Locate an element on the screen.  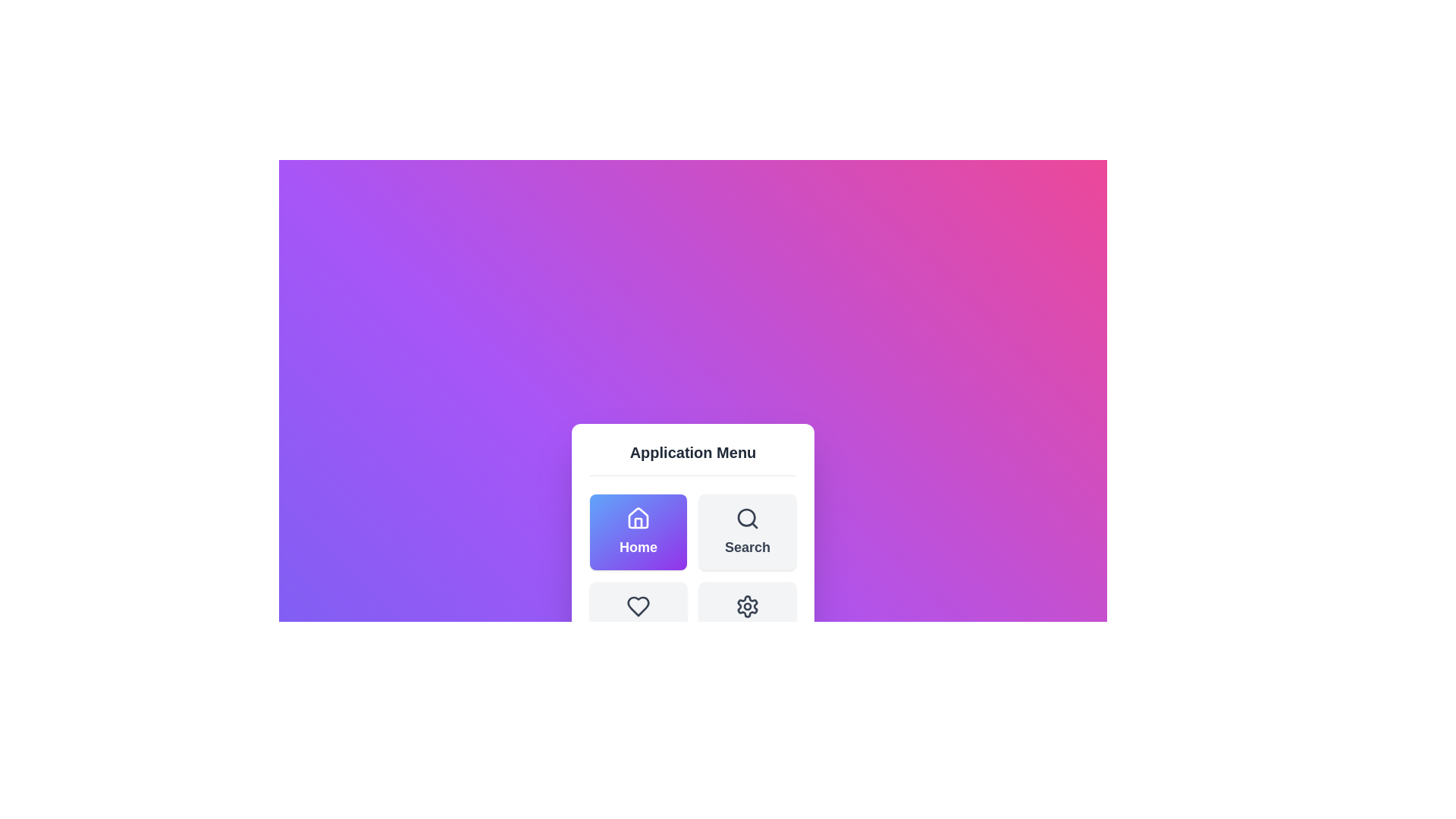
the 'Home' menu item is located at coordinates (638, 531).